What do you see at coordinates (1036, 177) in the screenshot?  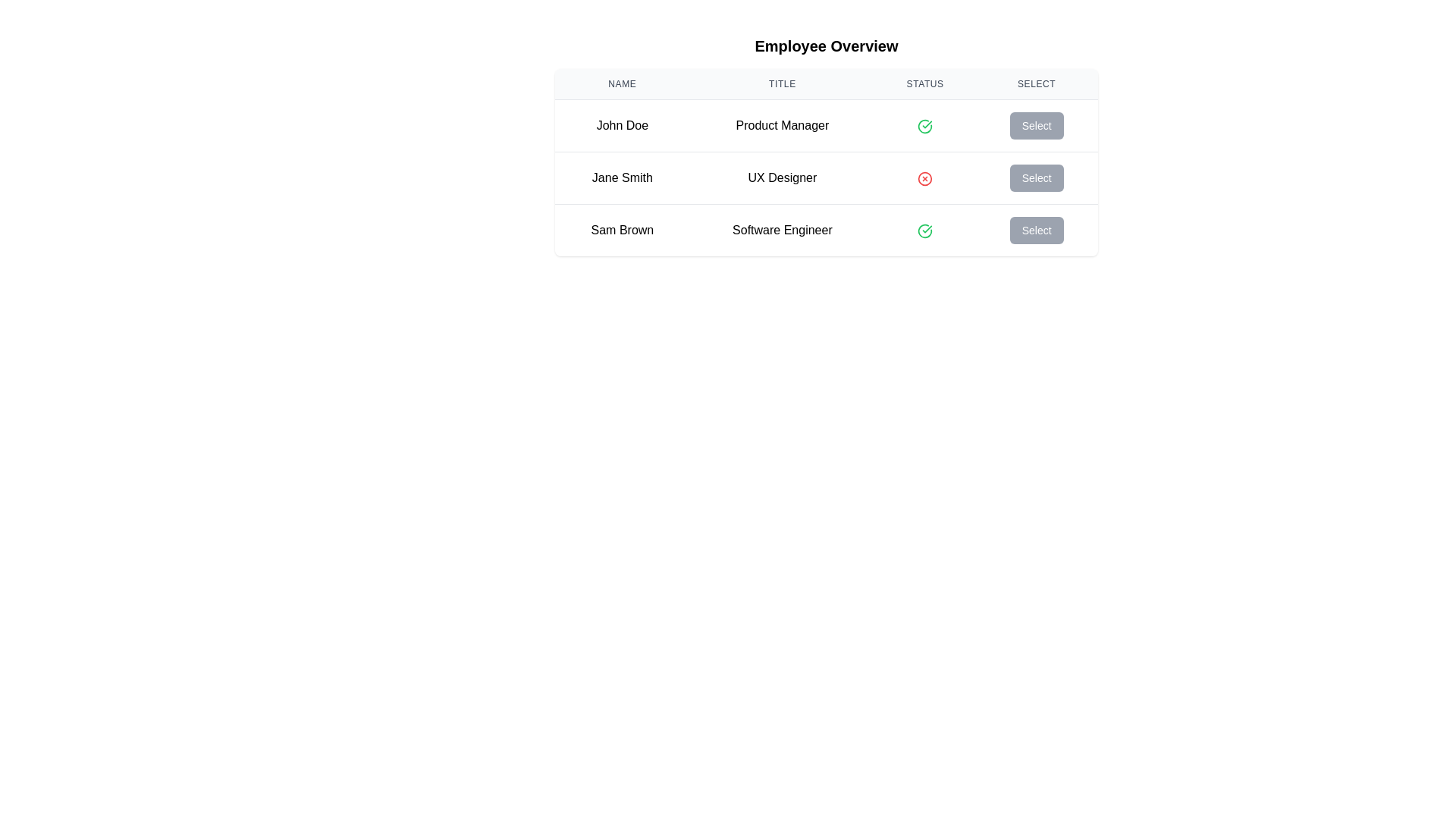 I see `the 'Select' button for the 'Jane Smith' entry, which is a gray rectangular button with rounded corners containing white lettering` at bounding box center [1036, 177].